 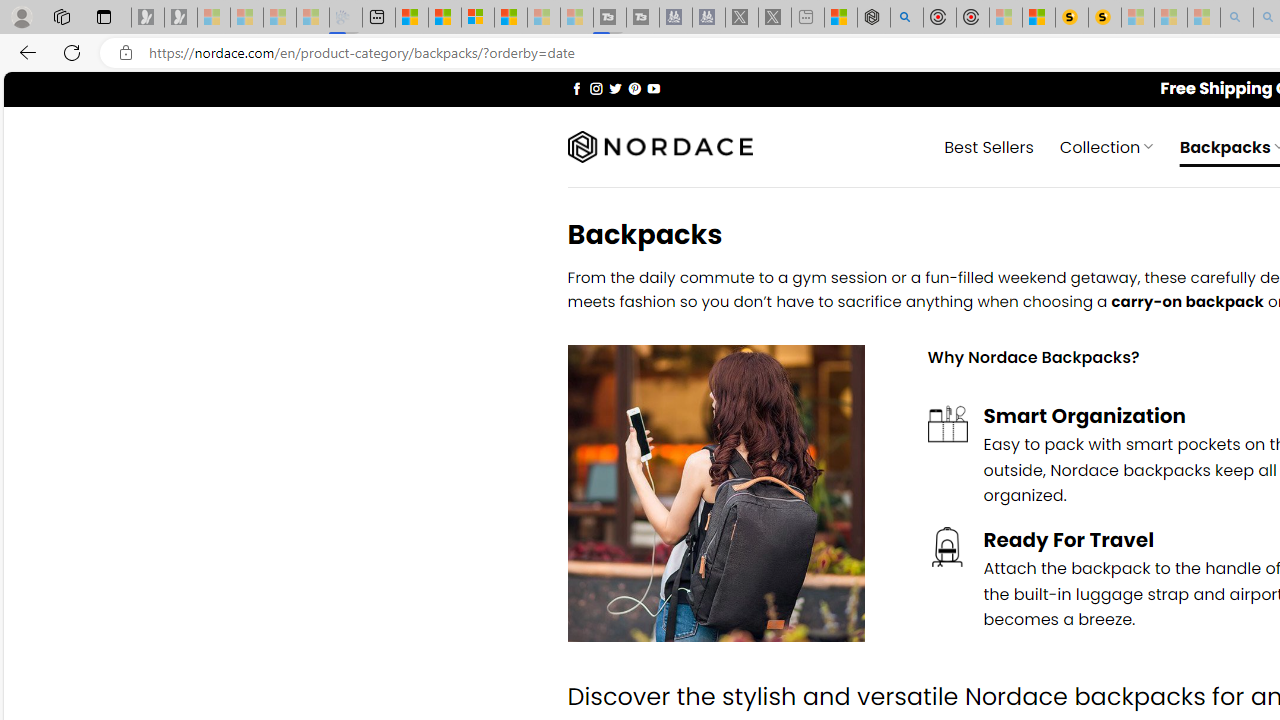 What do you see at coordinates (653, 87) in the screenshot?
I see `'Follow on YouTube'` at bounding box center [653, 87].